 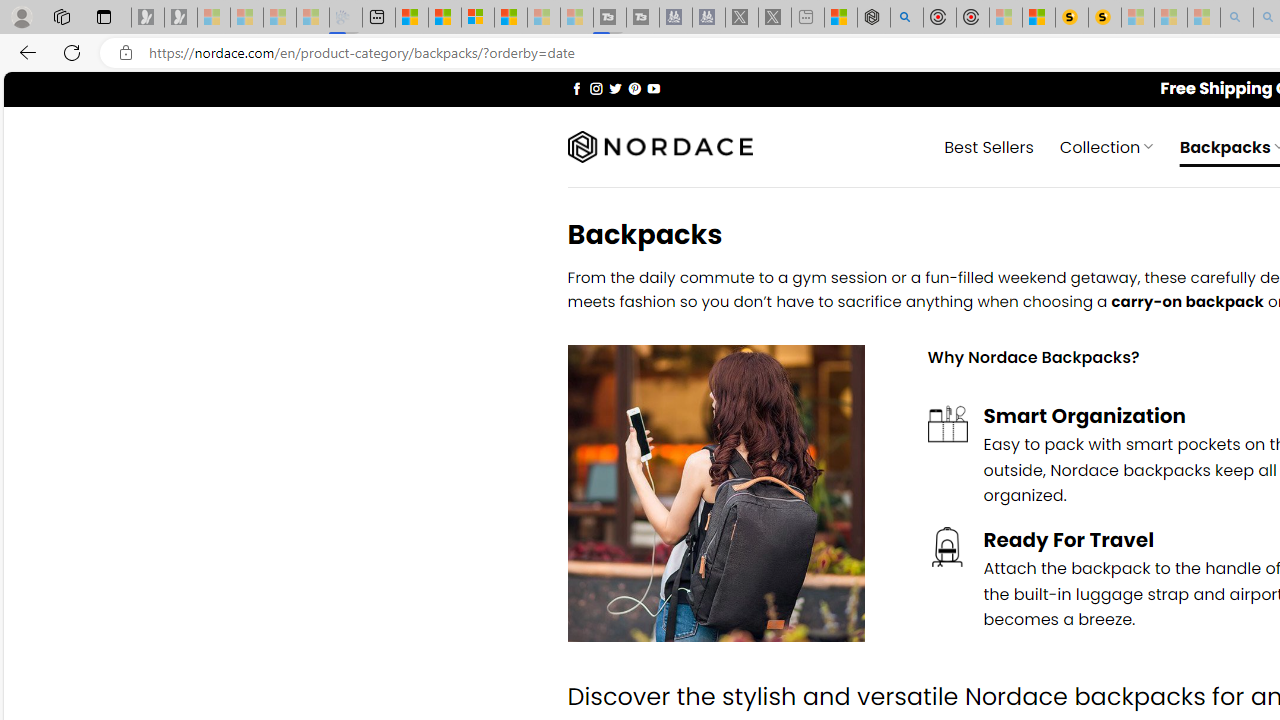 What do you see at coordinates (653, 87) in the screenshot?
I see `'Follow on YouTube'` at bounding box center [653, 87].